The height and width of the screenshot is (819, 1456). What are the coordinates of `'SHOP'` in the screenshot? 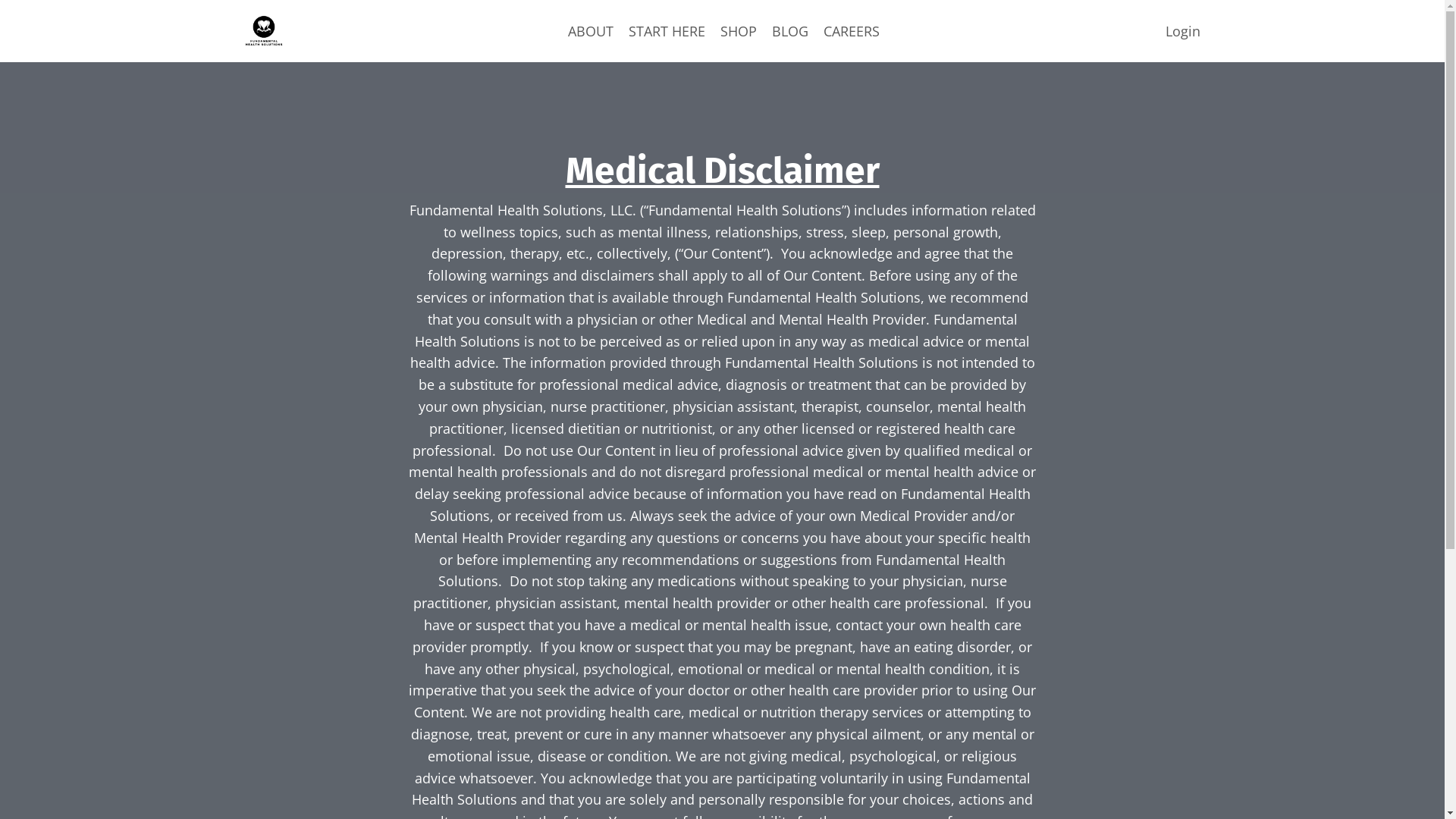 It's located at (720, 31).